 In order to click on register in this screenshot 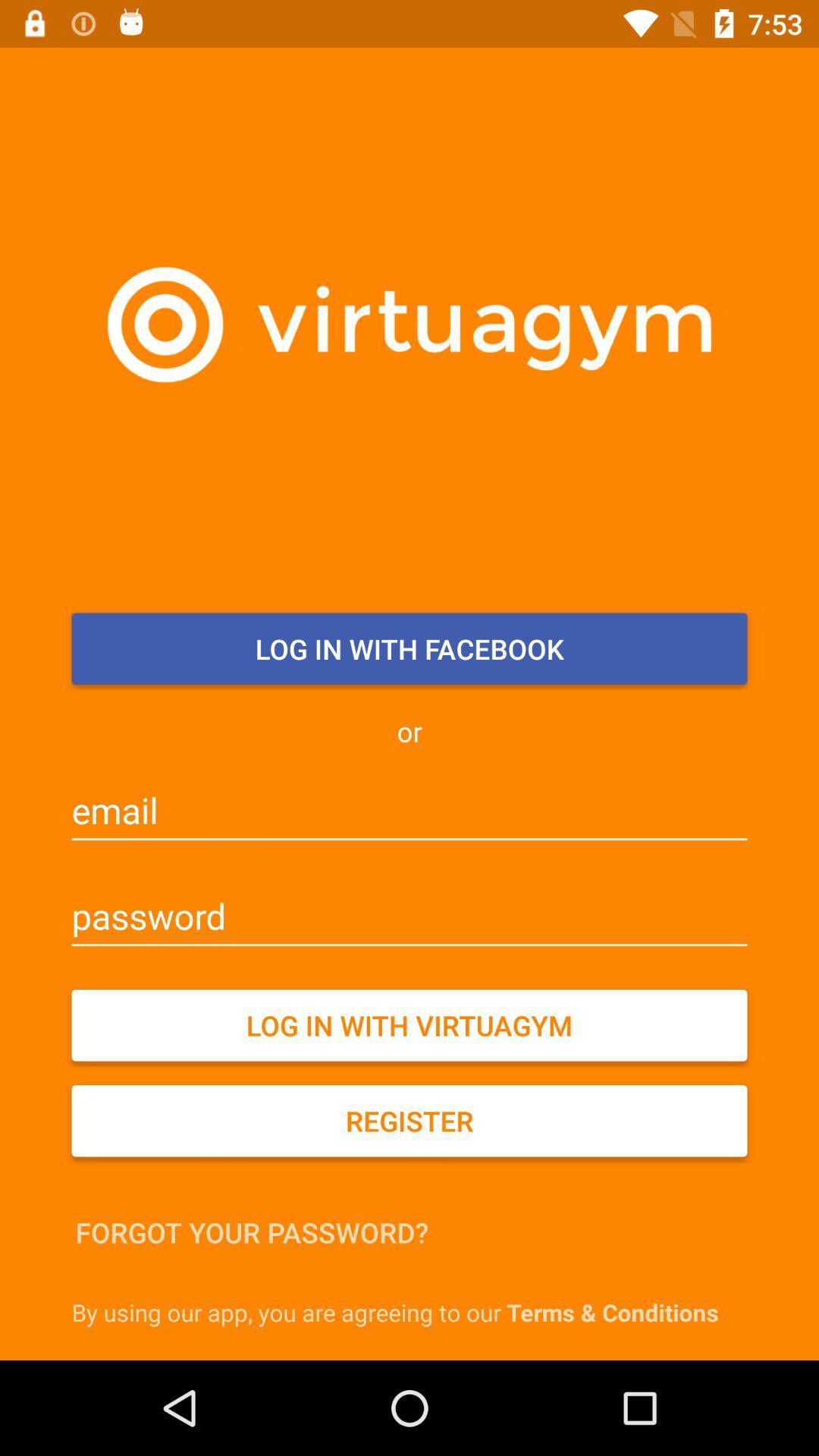, I will do `click(409, 1121)`.